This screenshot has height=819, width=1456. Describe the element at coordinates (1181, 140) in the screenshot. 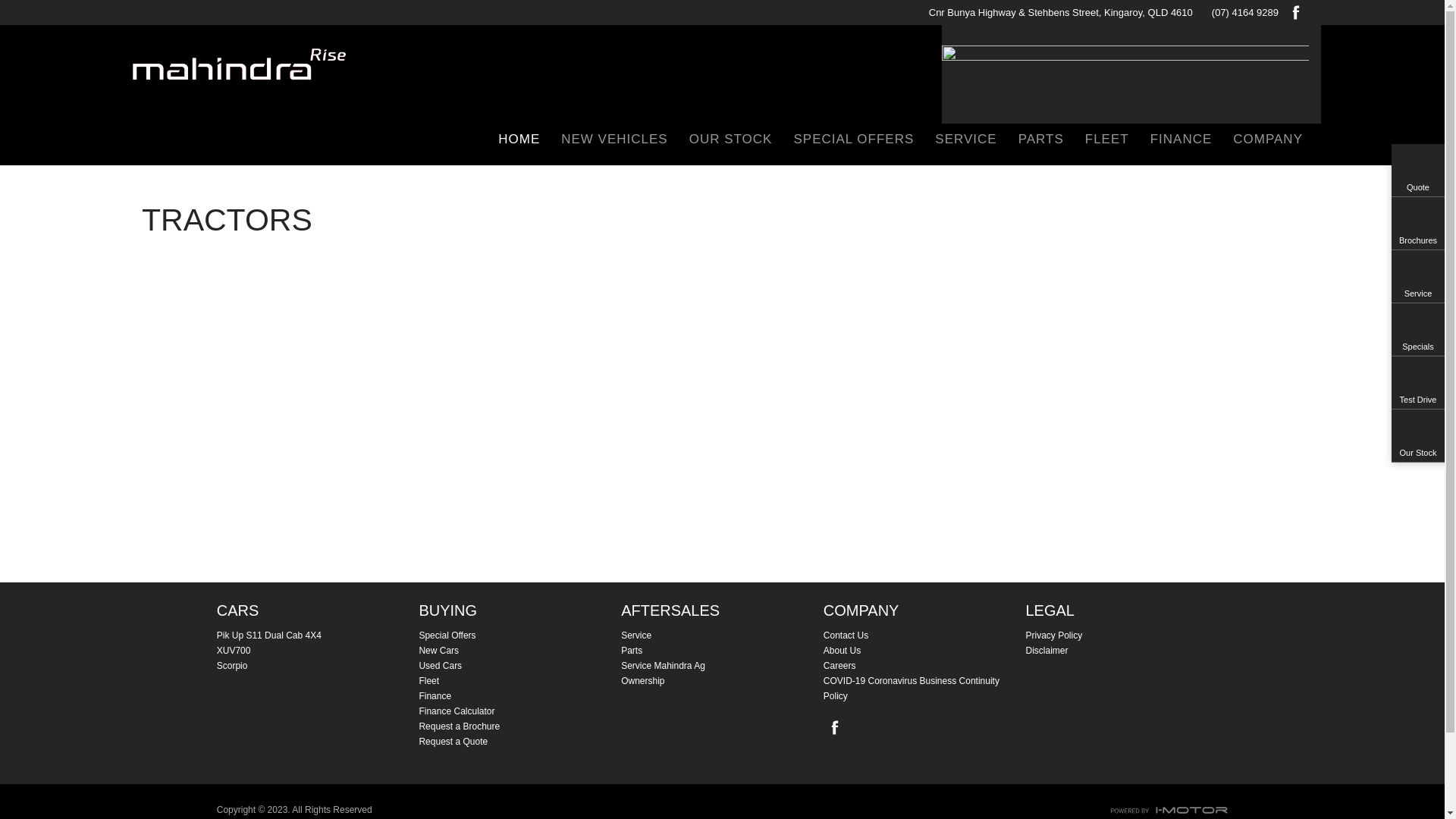

I see `'FINANCE'` at that location.